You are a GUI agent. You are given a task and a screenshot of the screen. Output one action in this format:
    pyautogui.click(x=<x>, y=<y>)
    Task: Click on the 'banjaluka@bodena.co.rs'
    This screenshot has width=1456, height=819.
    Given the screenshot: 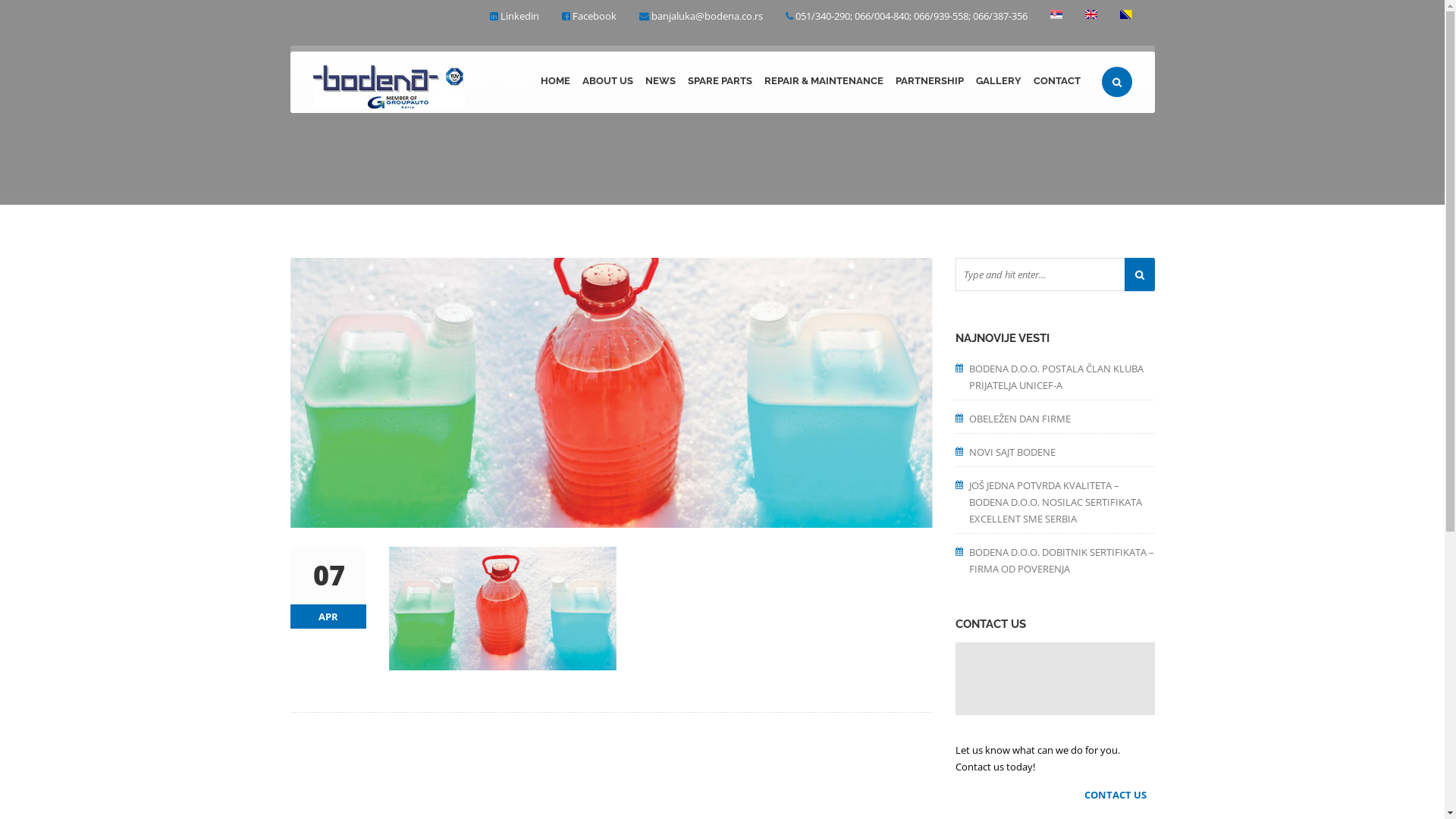 What is the action you would take?
    pyautogui.click(x=705, y=15)
    